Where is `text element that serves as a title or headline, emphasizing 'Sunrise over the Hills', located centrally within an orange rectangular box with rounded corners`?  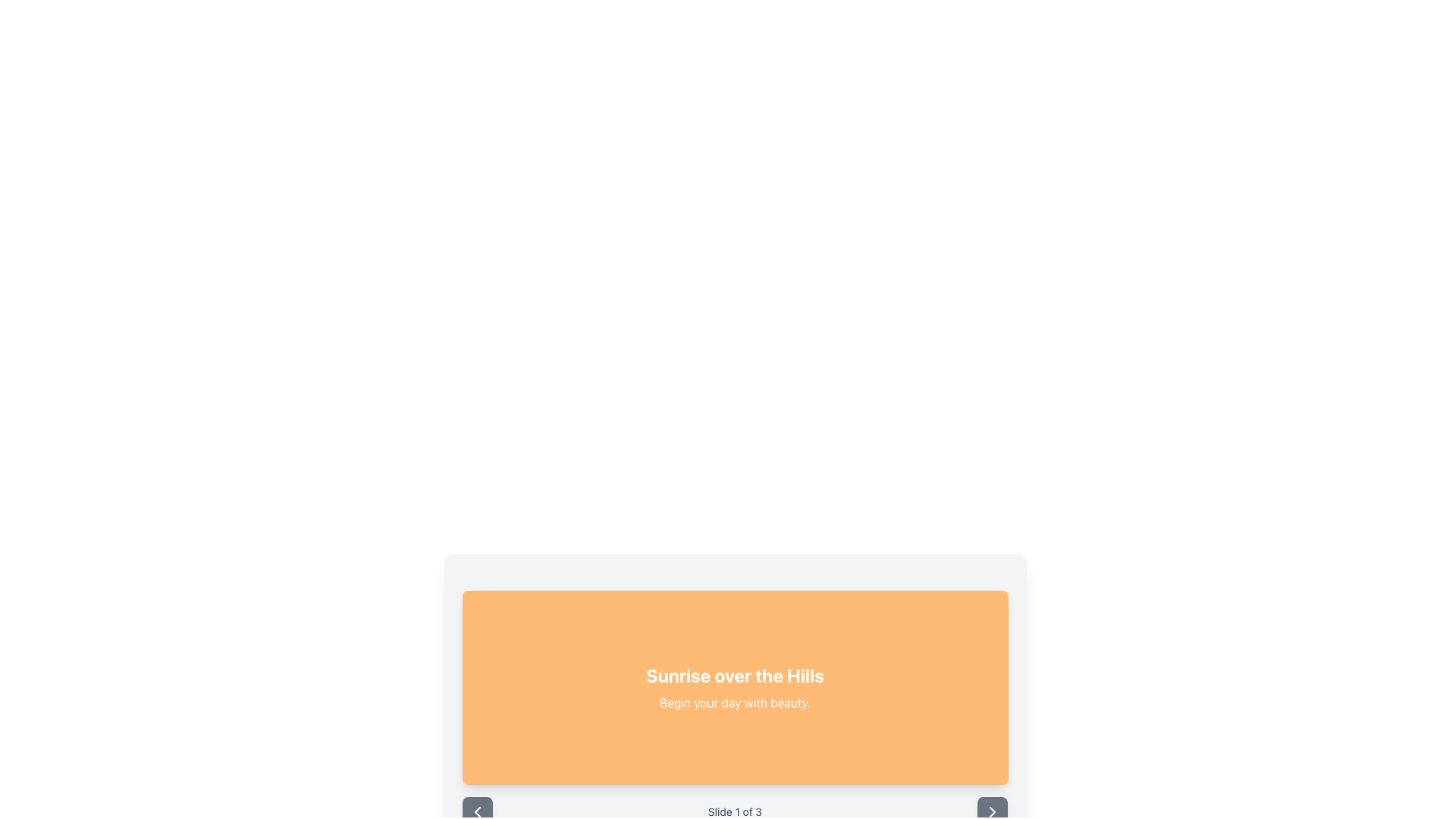
text element that serves as a title or headline, emphasizing 'Sunrise over the Hills', located centrally within an orange rectangular box with rounded corners is located at coordinates (735, 675).